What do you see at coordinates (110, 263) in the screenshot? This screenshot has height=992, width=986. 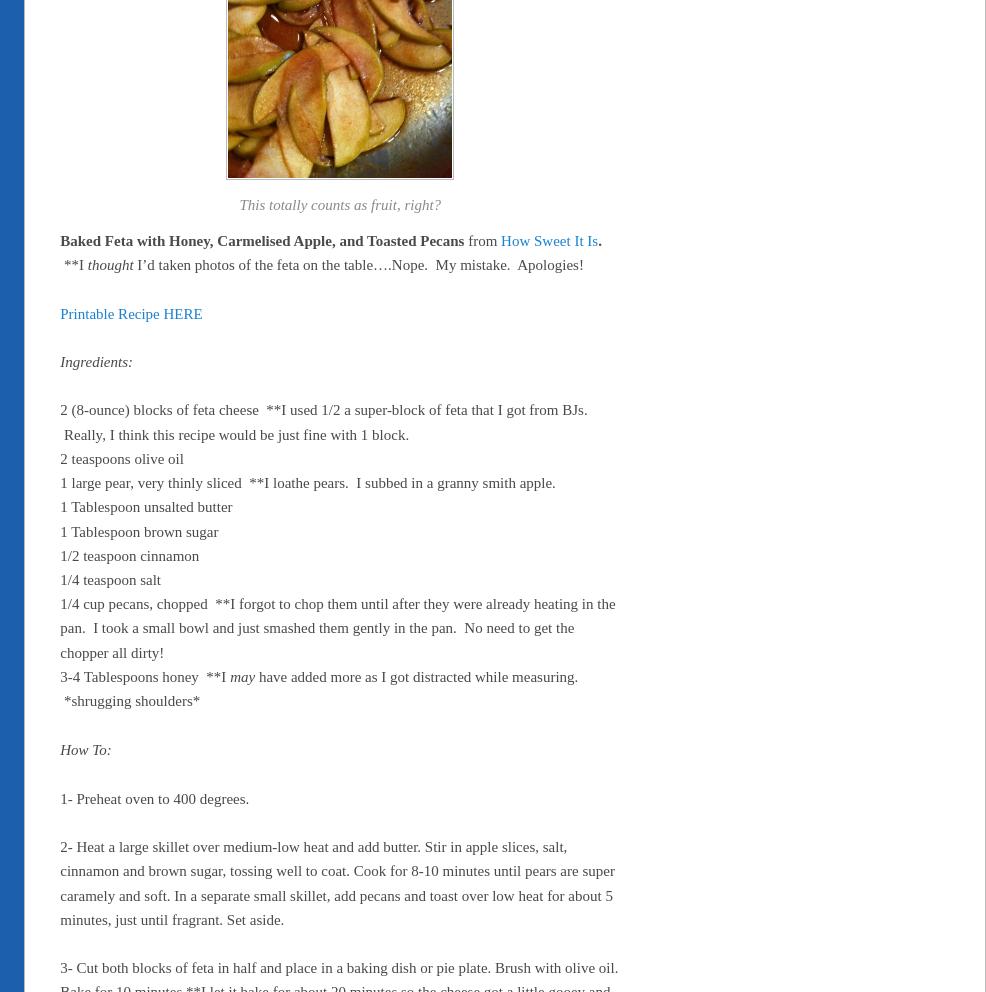 I see `'thought'` at bounding box center [110, 263].